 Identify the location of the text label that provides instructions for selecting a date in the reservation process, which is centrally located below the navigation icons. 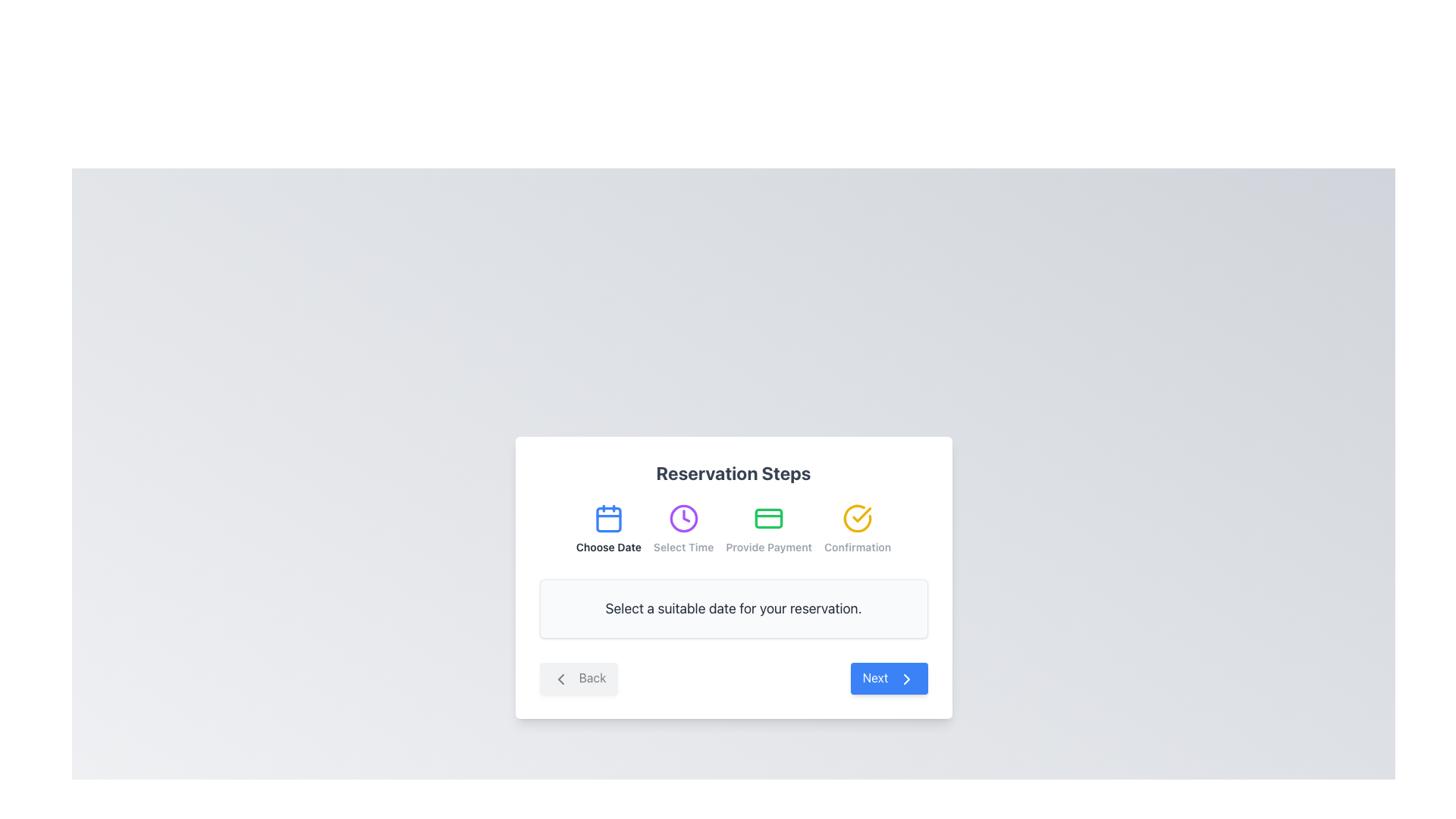
(733, 608).